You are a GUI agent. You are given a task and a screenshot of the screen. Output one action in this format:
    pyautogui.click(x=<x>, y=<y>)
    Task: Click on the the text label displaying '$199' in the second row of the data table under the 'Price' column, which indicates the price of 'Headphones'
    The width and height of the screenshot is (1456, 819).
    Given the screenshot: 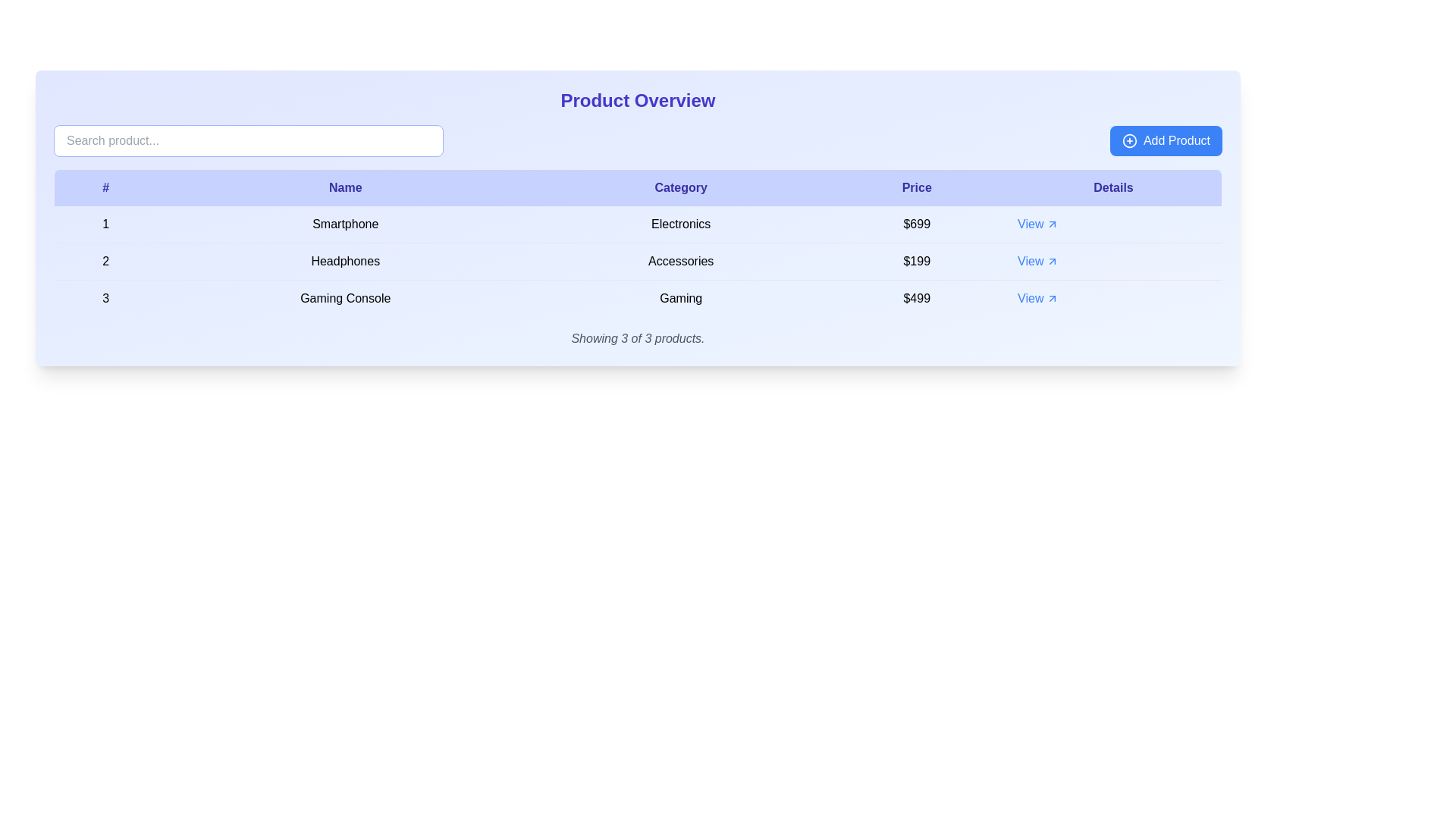 What is the action you would take?
    pyautogui.click(x=916, y=260)
    